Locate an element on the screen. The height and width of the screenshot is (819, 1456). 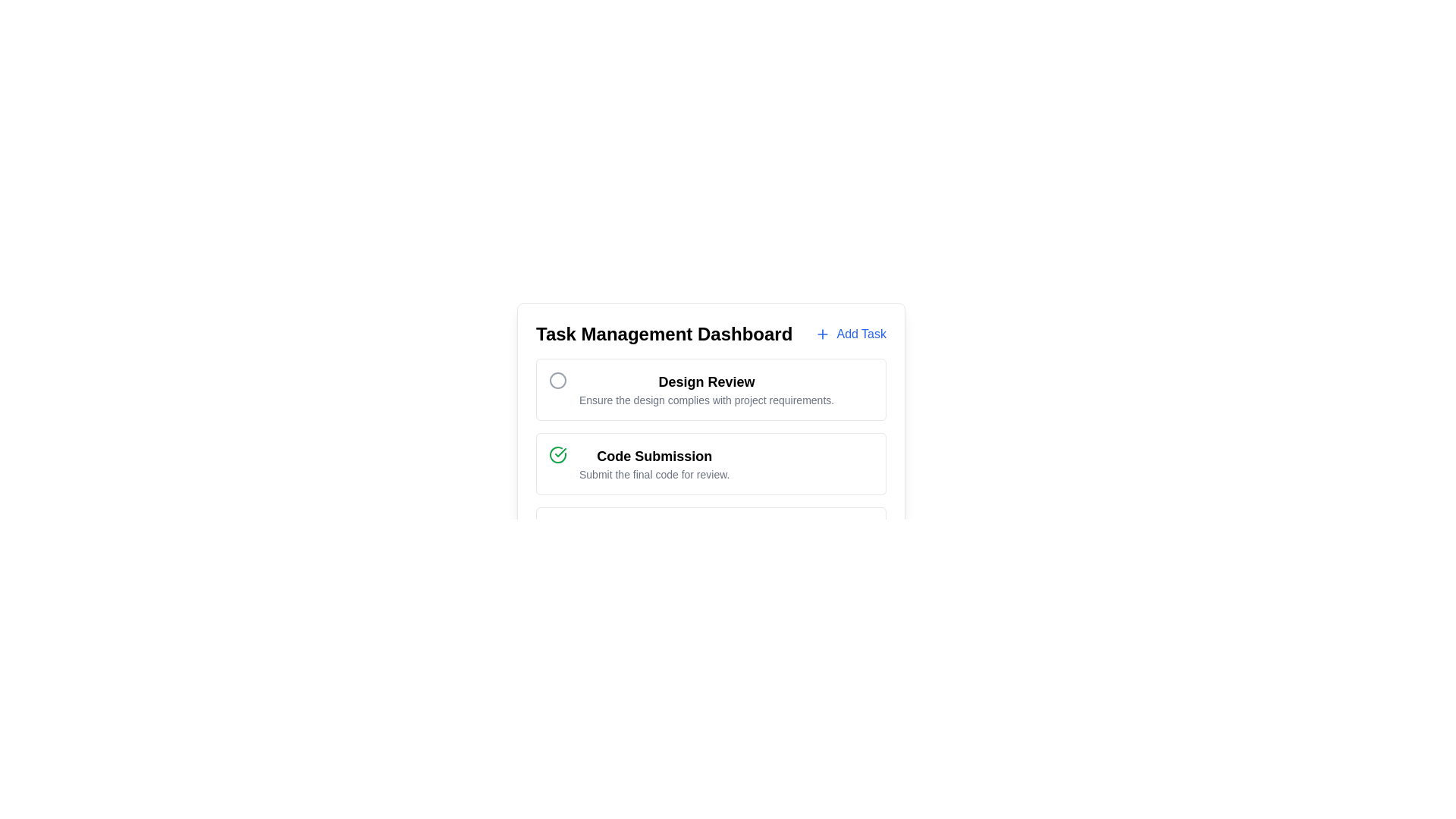
the static text element titled 'Task Management Dashboard', which is a bold, large header located at the top of the section is located at coordinates (664, 333).